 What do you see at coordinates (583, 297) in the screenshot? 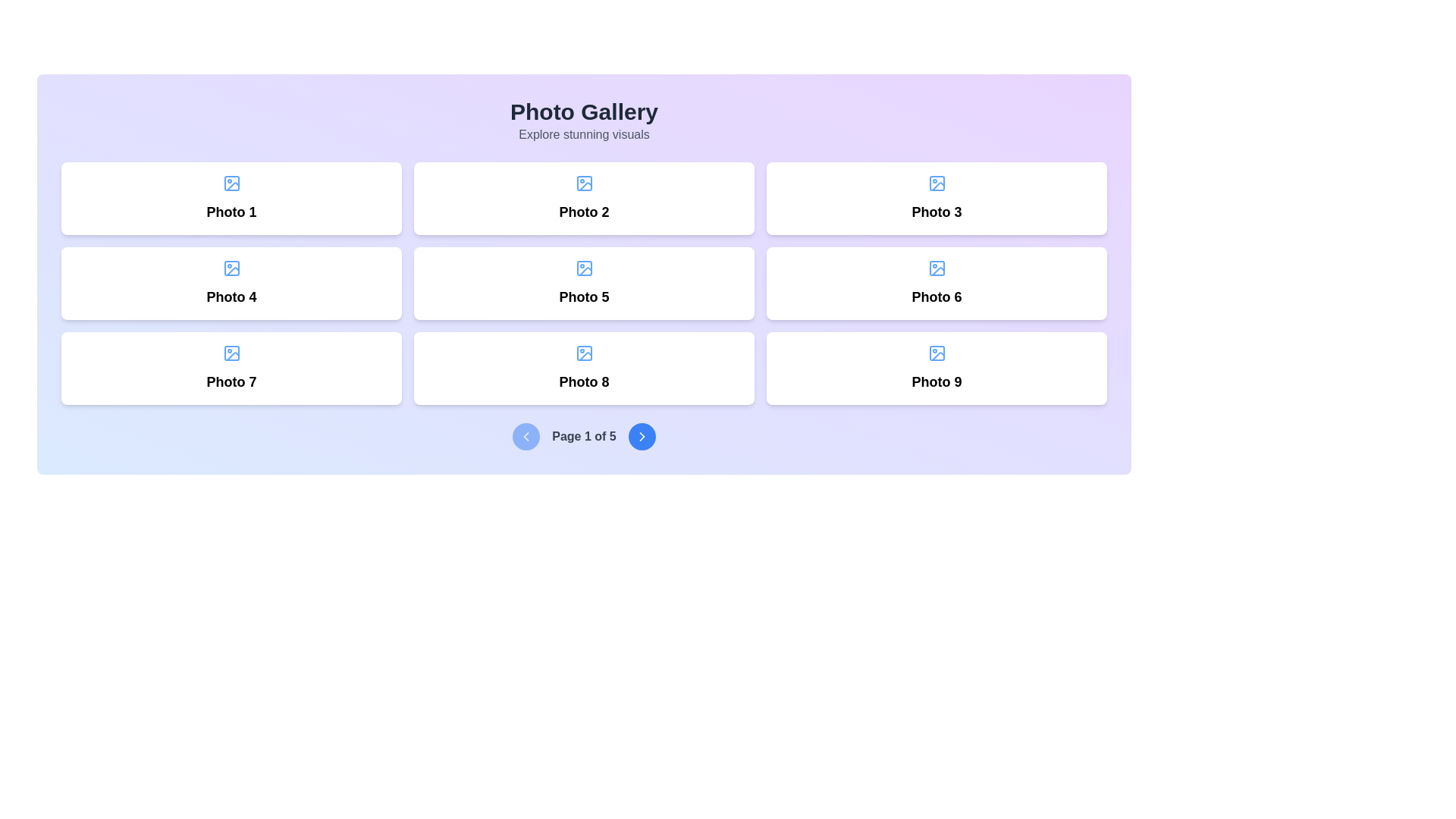
I see `the 'Photo 5' Text Label located in the second row and middle column of the three-by-three grid layout` at bounding box center [583, 297].